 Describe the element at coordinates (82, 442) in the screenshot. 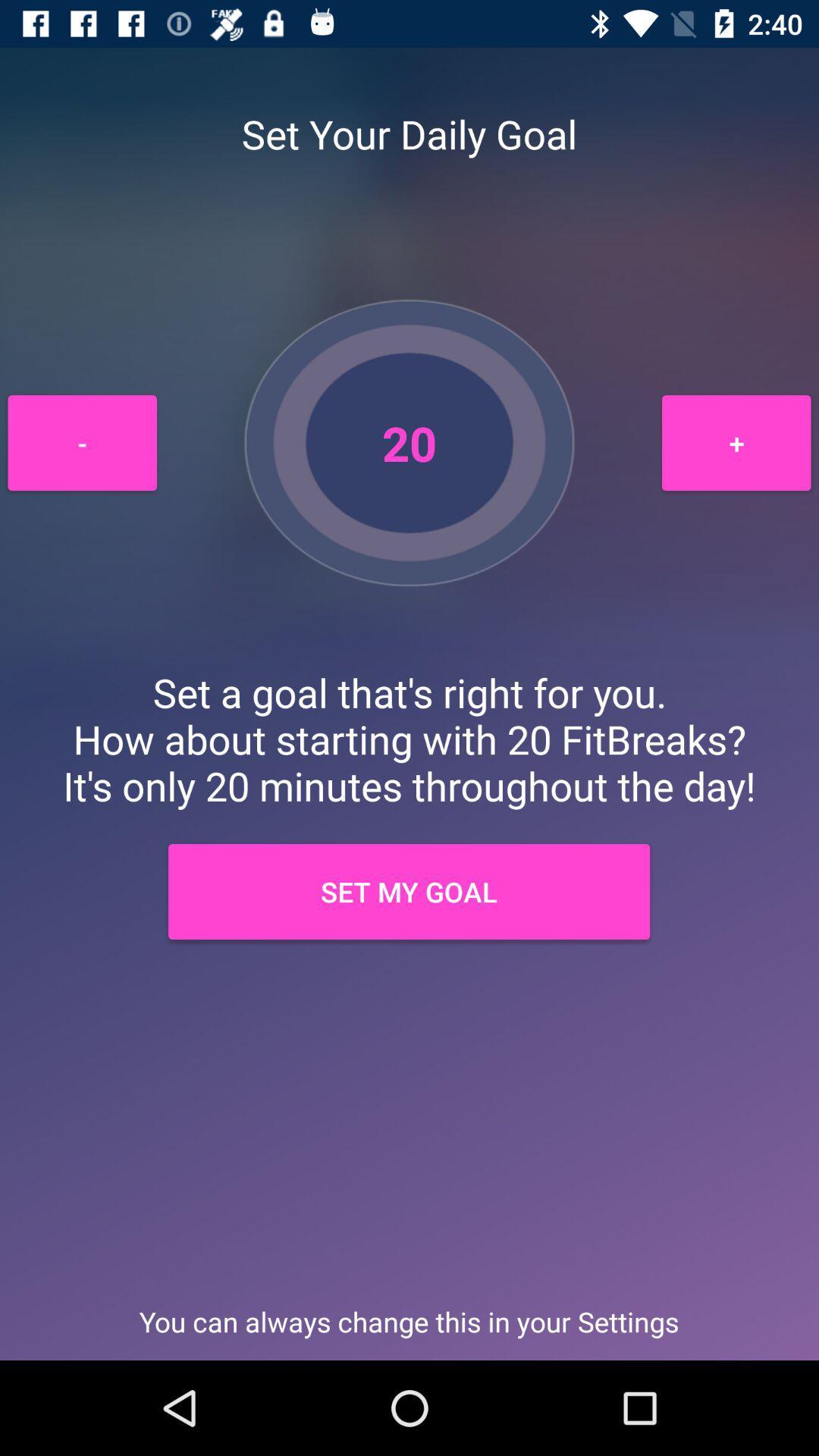

I see `item to the left of the 20 icon` at that location.